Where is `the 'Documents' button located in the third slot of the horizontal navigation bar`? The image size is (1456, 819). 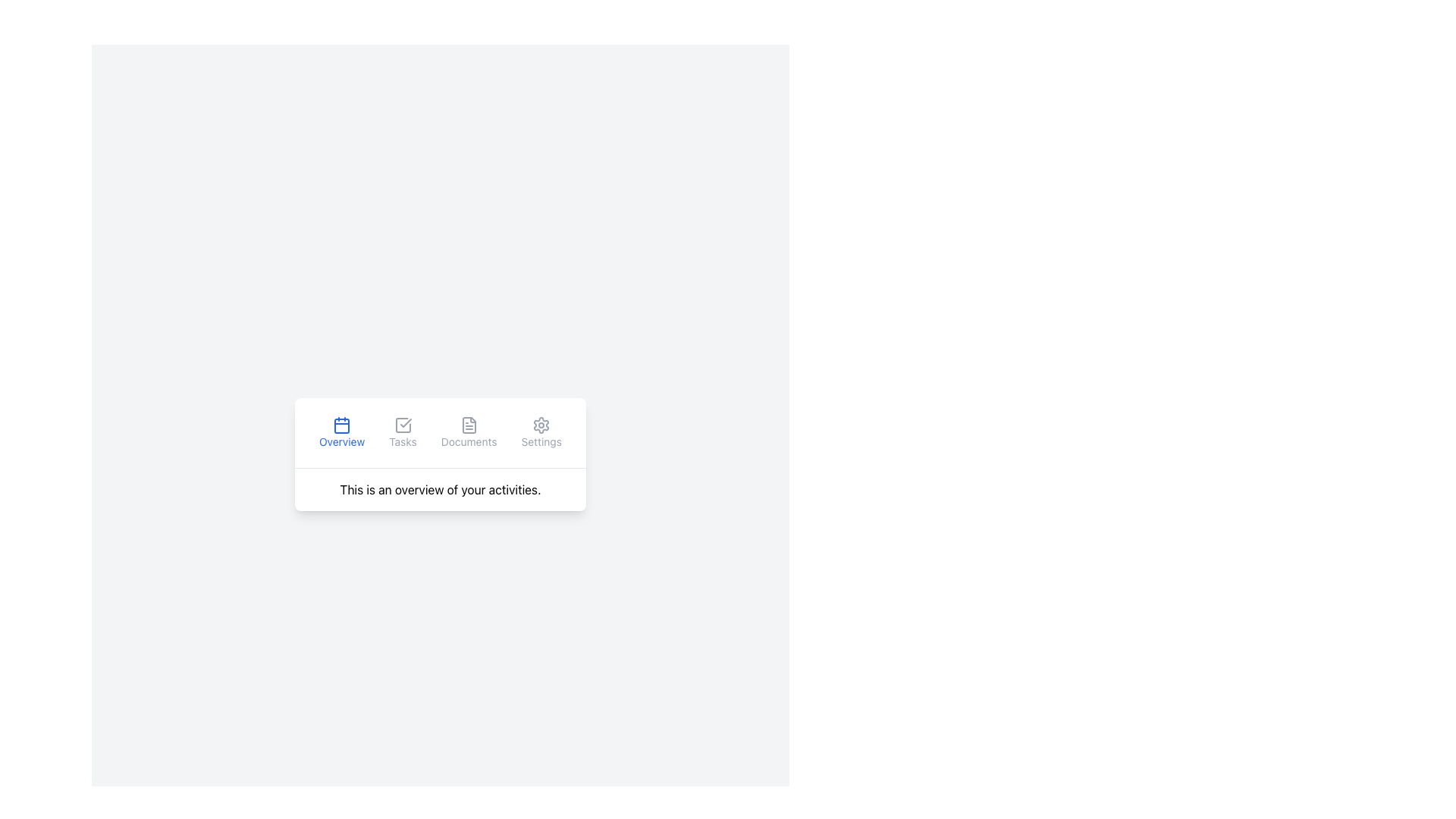 the 'Documents' button located in the third slot of the horizontal navigation bar is located at coordinates (468, 432).